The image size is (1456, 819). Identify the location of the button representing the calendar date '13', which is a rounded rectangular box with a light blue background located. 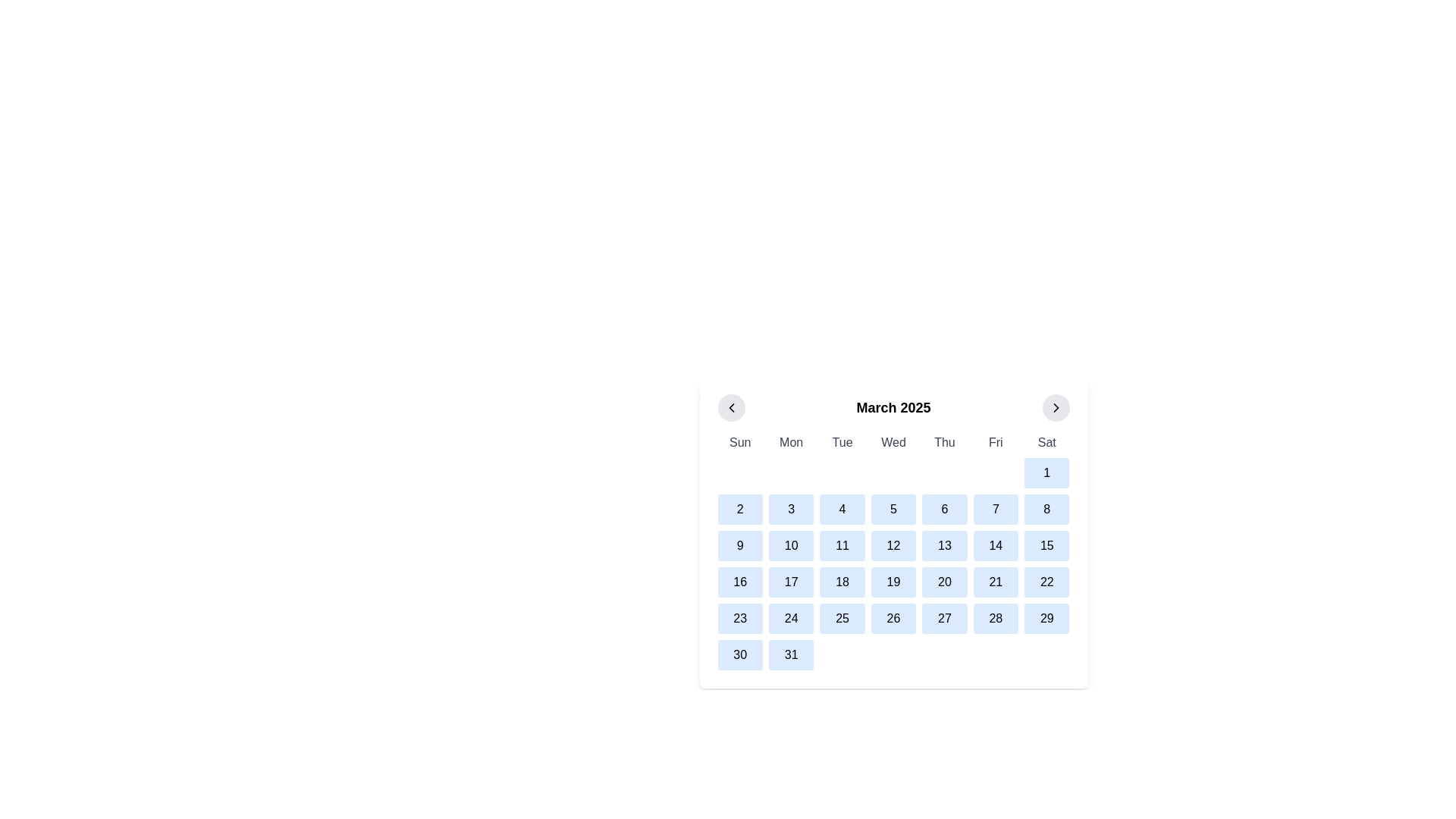
(943, 546).